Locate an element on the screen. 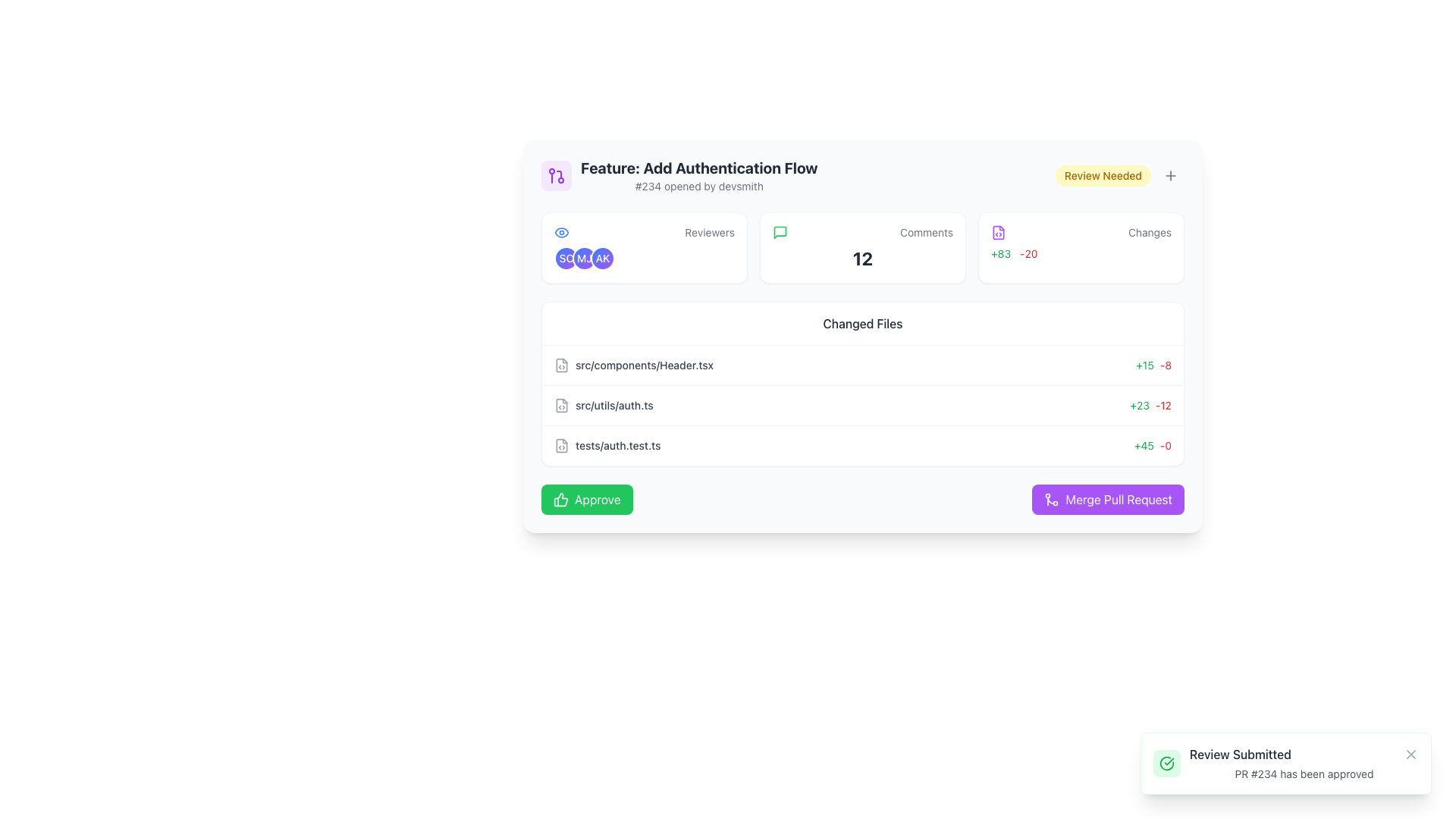 This screenshot has height=819, width=1456. the small icon representing a file with a code symbol on it, located in the left portion of the row labeled 'src/utils/auth.ts', preceding the filename text is located at coordinates (560, 405).